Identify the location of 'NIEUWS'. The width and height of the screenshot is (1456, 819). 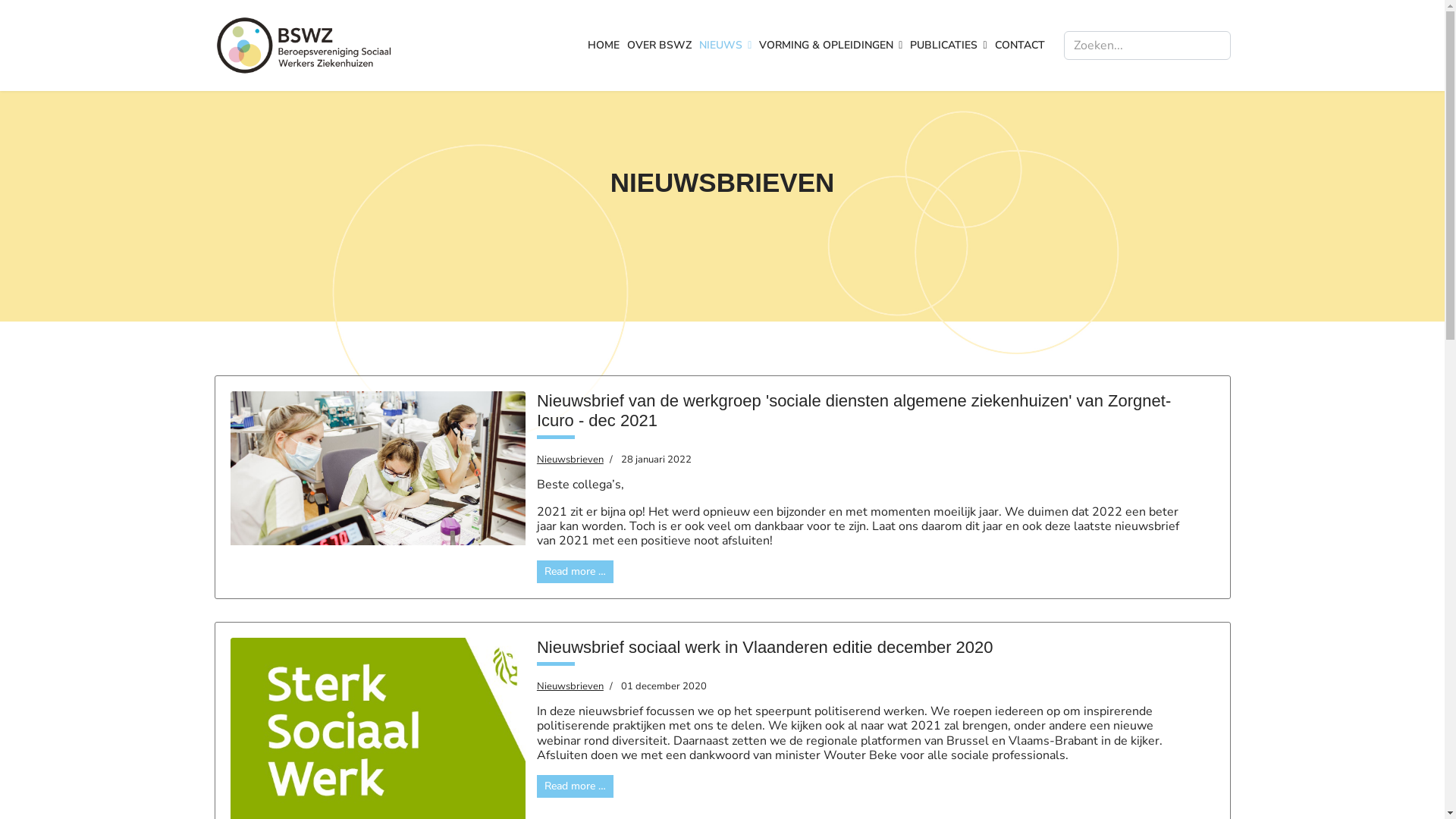
(694, 45).